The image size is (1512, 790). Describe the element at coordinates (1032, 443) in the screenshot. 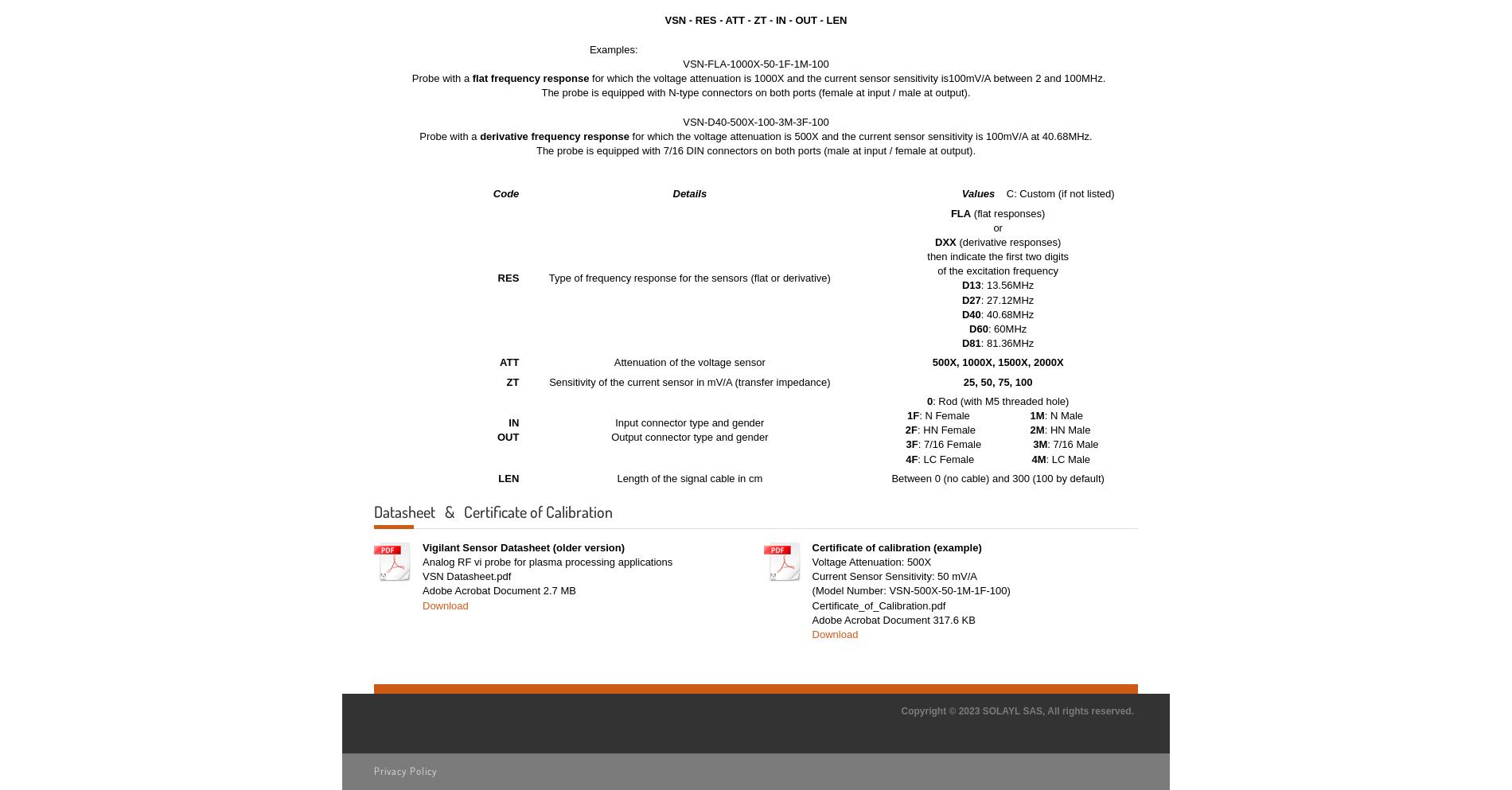

I see `'3M'` at that location.